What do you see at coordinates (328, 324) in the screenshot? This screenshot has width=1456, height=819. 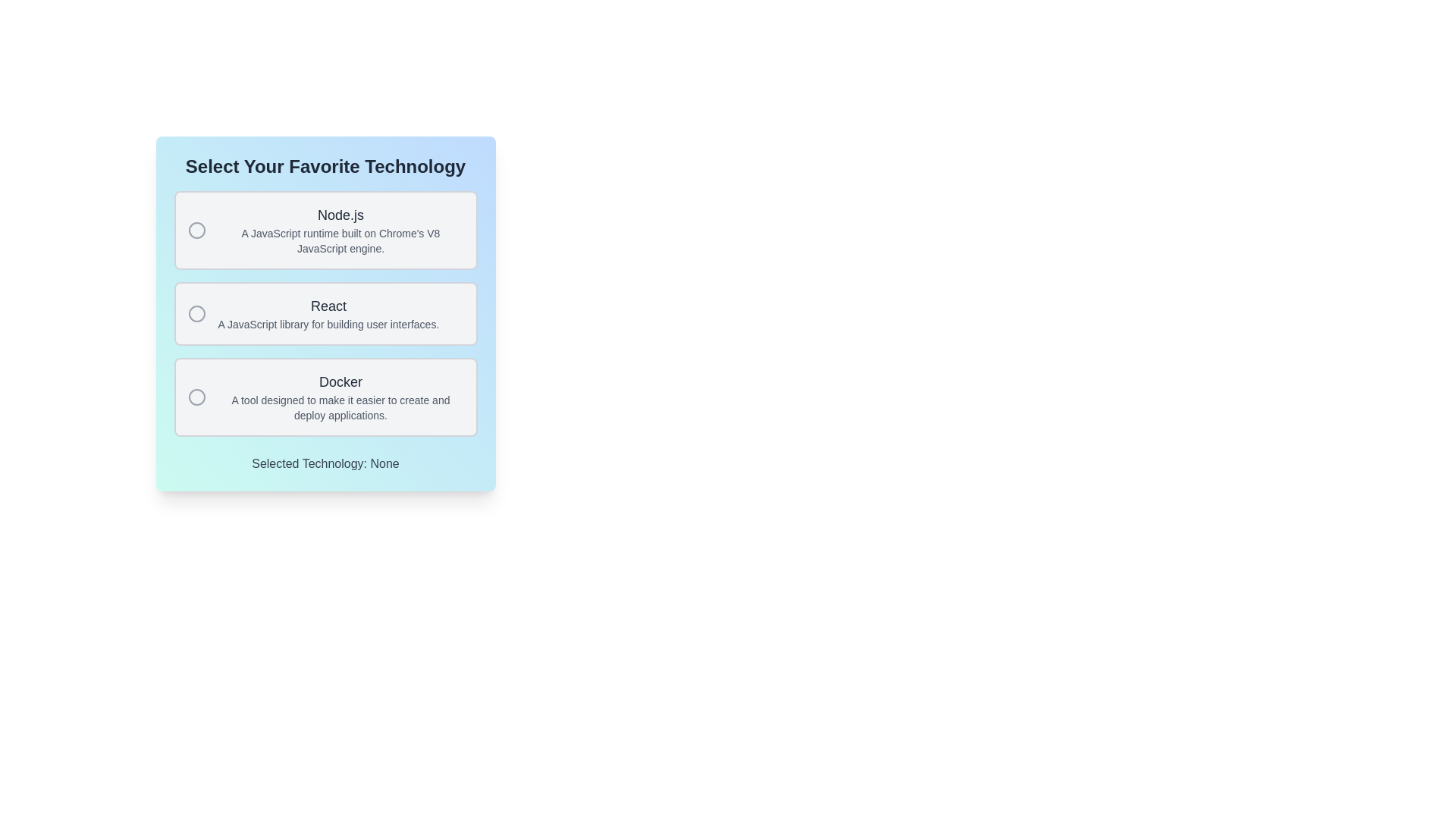 I see `the text label providing additional information about the 'React' option in the list of selectable technologies, located below the header 'React'` at bounding box center [328, 324].